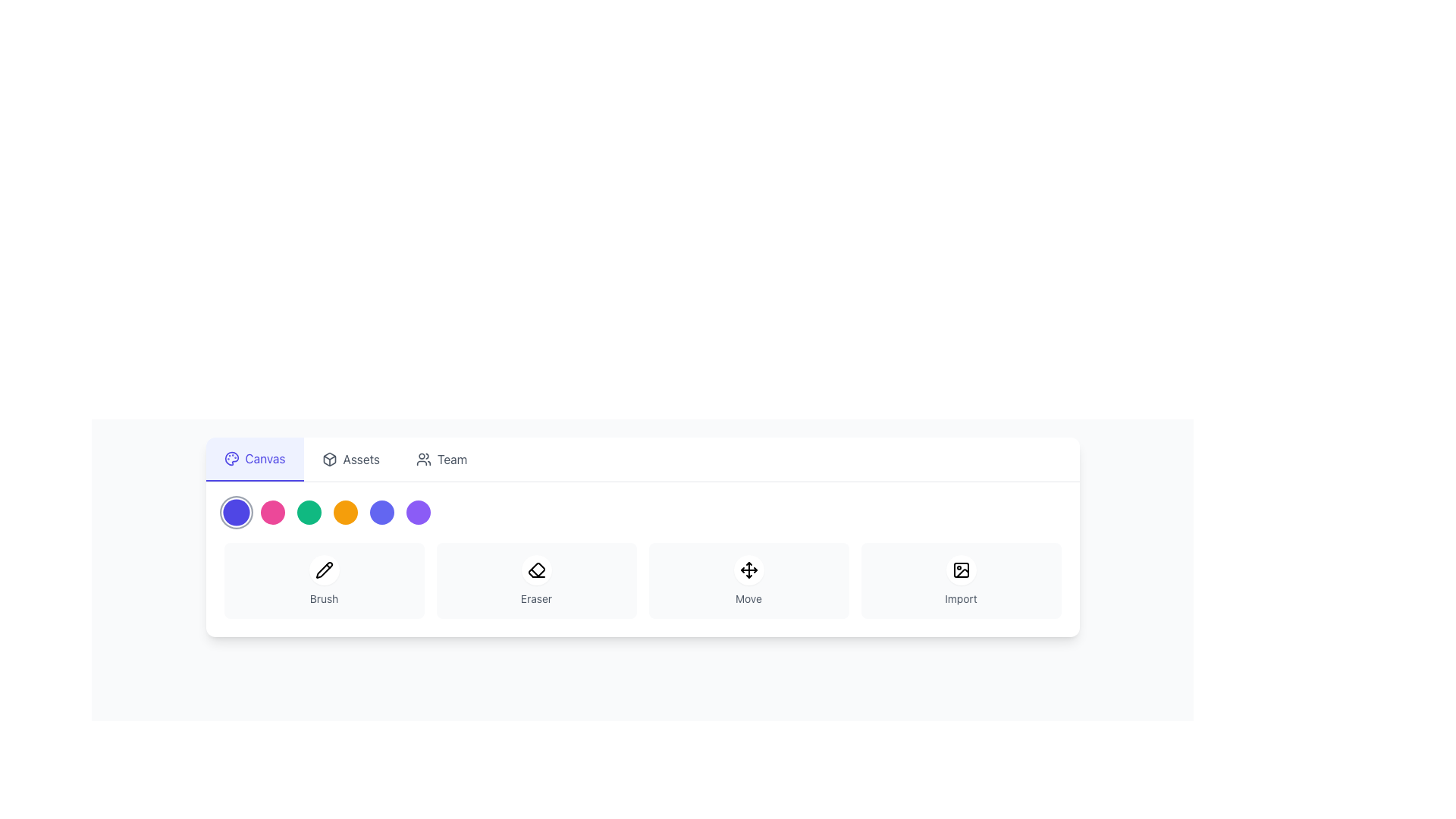 This screenshot has height=819, width=1456. What do you see at coordinates (328, 458) in the screenshot?
I see `the small three-dimensional cube SVG icon` at bounding box center [328, 458].